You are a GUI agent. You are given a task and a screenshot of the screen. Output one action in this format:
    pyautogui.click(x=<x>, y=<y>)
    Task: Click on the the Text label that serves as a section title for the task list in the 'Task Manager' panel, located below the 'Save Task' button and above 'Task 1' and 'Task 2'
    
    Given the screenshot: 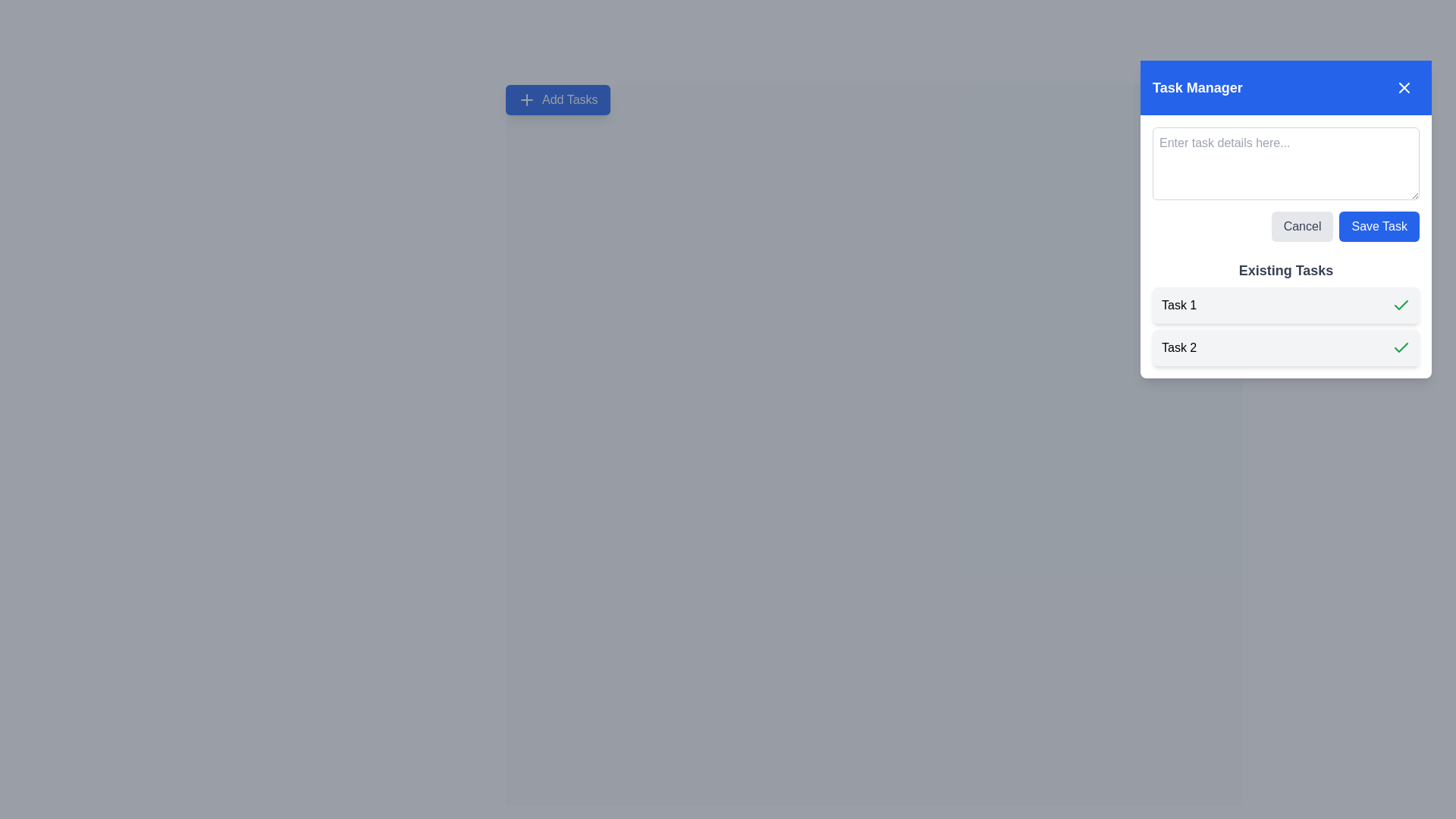 What is the action you would take?
    pyautogui.click(x=1285, y=270)
    